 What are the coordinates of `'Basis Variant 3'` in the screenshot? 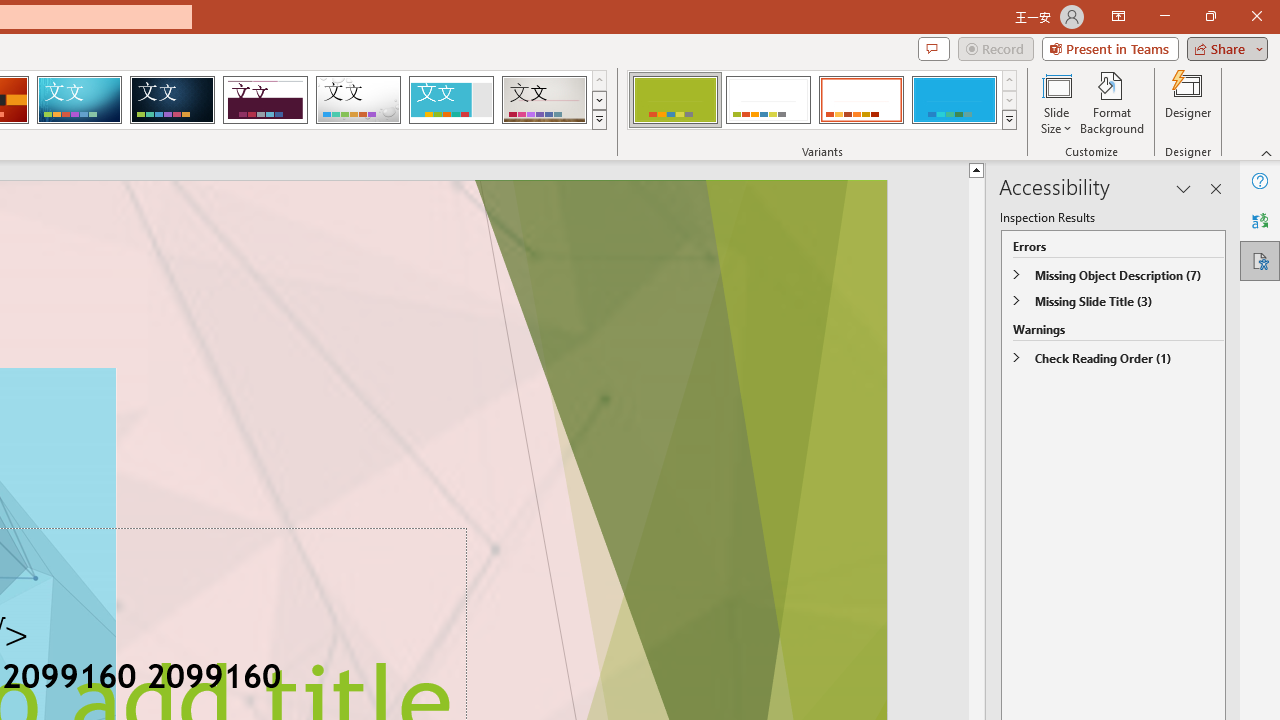 It's located at (861, 100).